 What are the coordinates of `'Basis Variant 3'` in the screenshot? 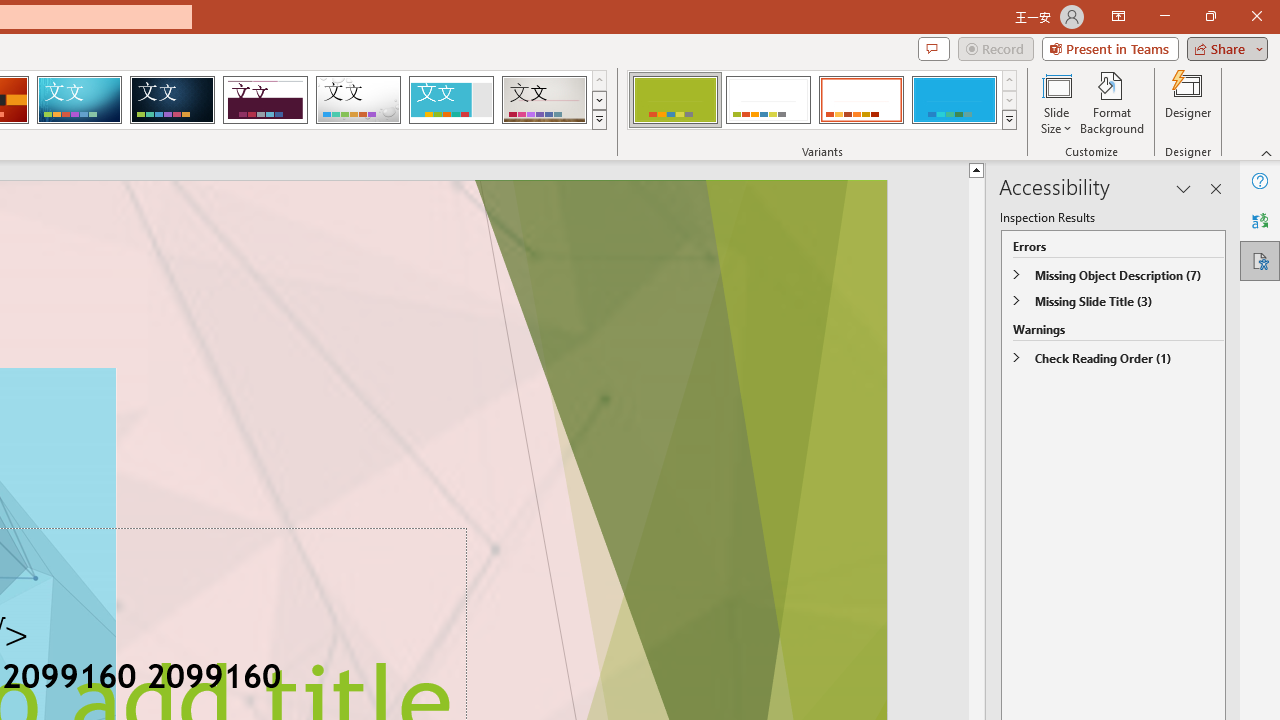 It's located at (861, 100).